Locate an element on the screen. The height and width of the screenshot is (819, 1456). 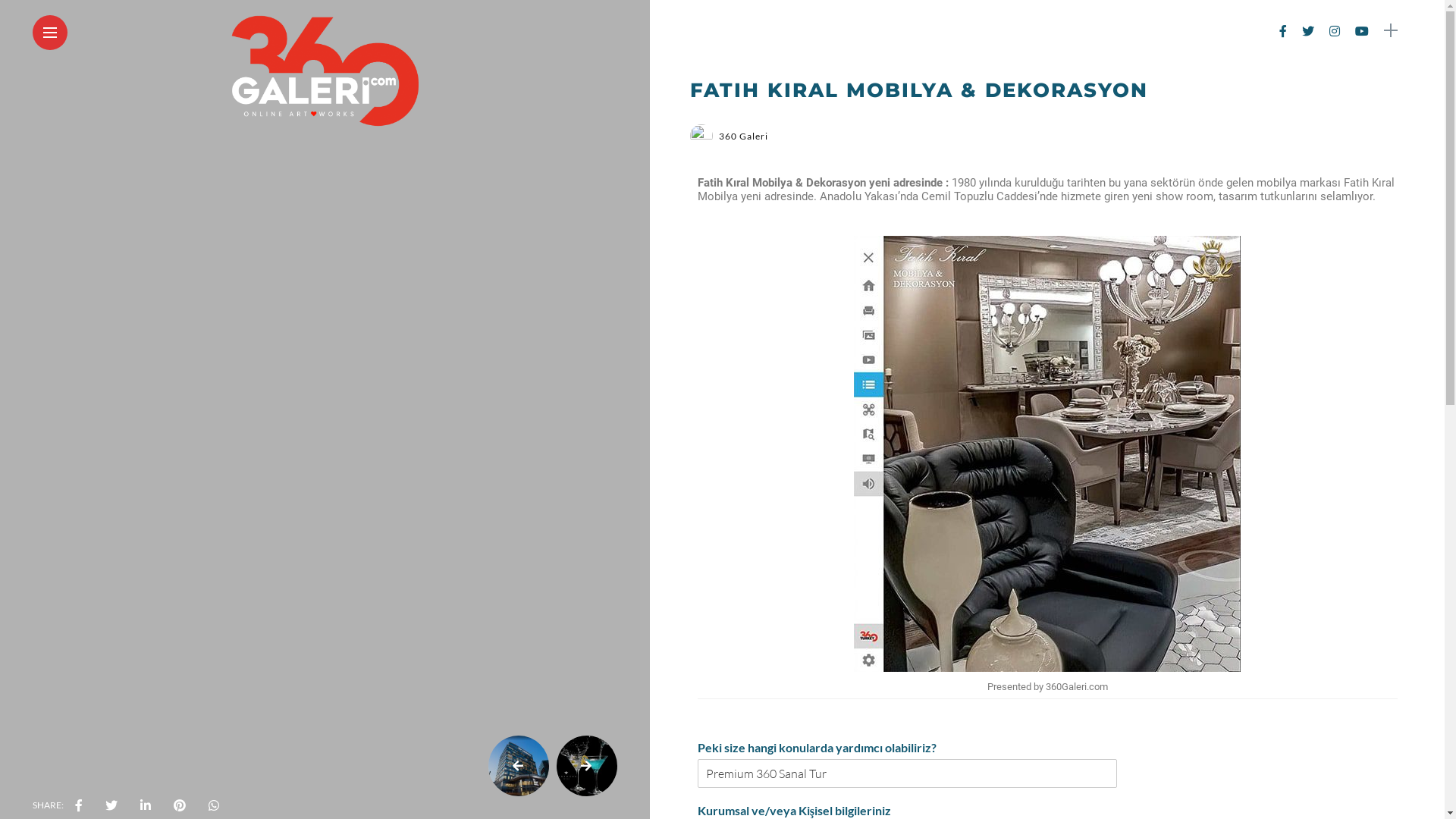
'360 Galeri' is located at coordinates (743, 135).